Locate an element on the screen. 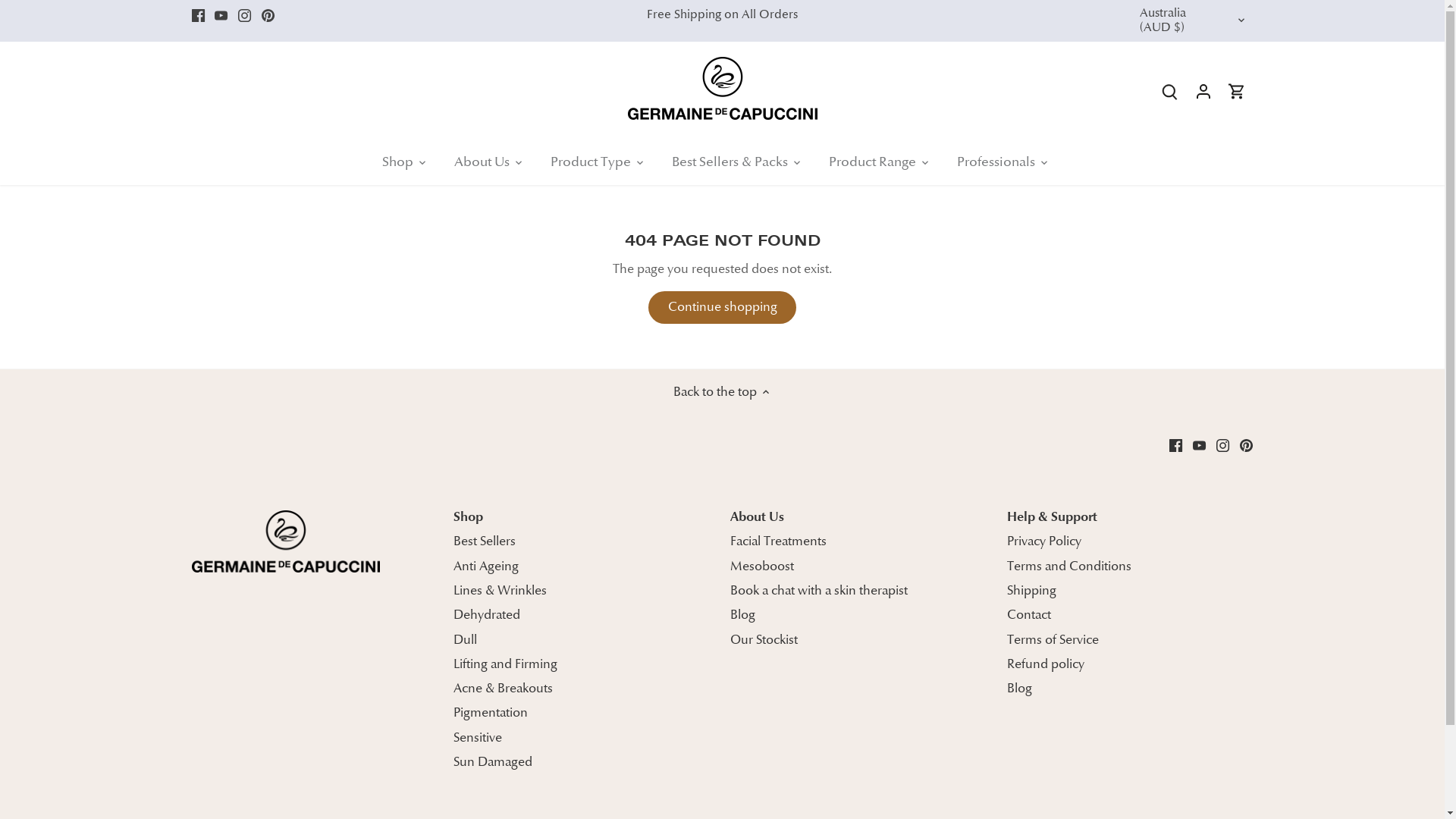 This screenshot has height=819, width=1456. 'Acne & Breakouts' is located at coordinates (453, 688).